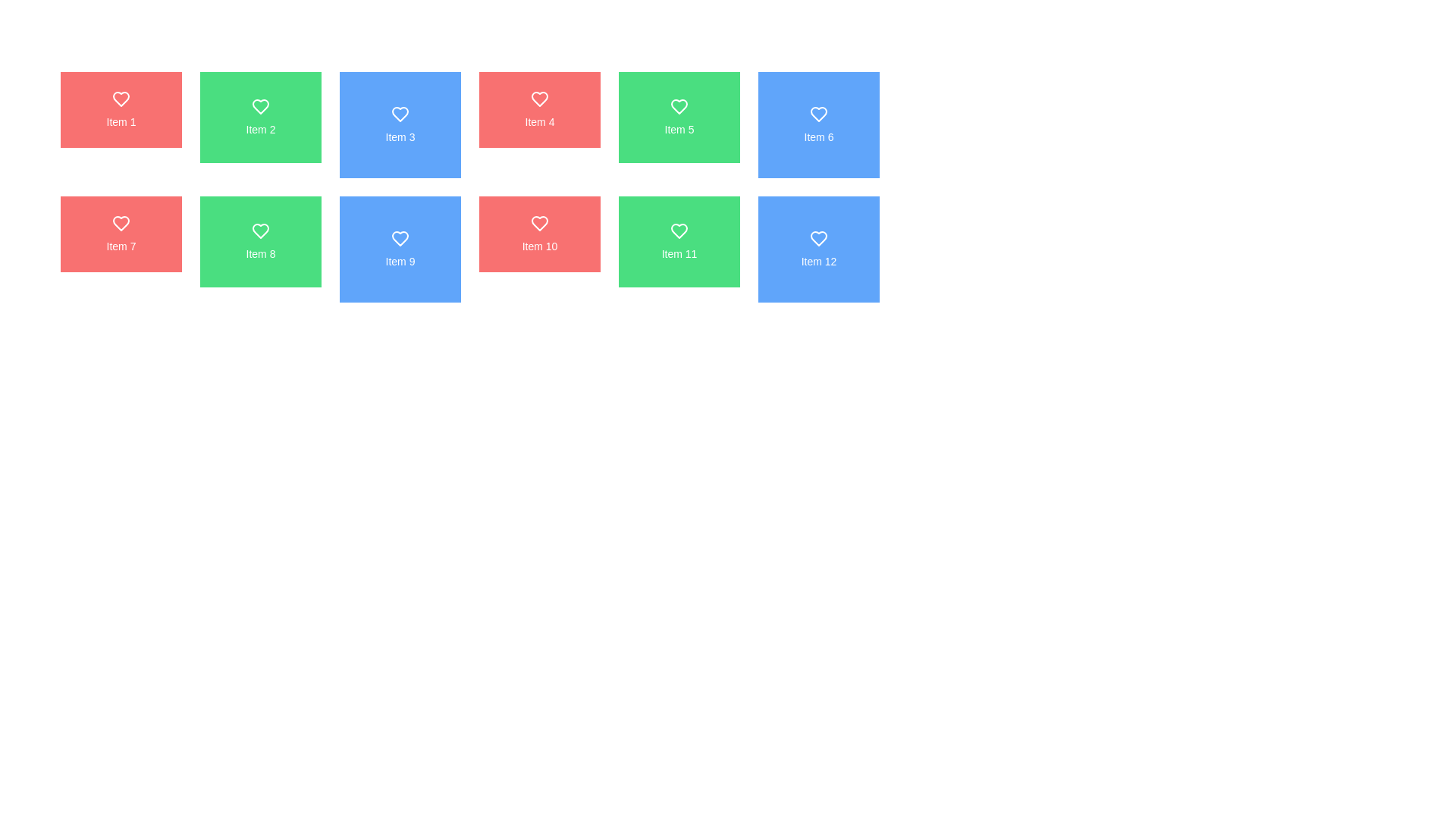 Image resolution: width=1456 pixels, height=819 pixels. Describe the element at coordinates (679, 241) in the screenshot. I see `the eleventh grid item, which contains an icon and a label for identification` at that location.